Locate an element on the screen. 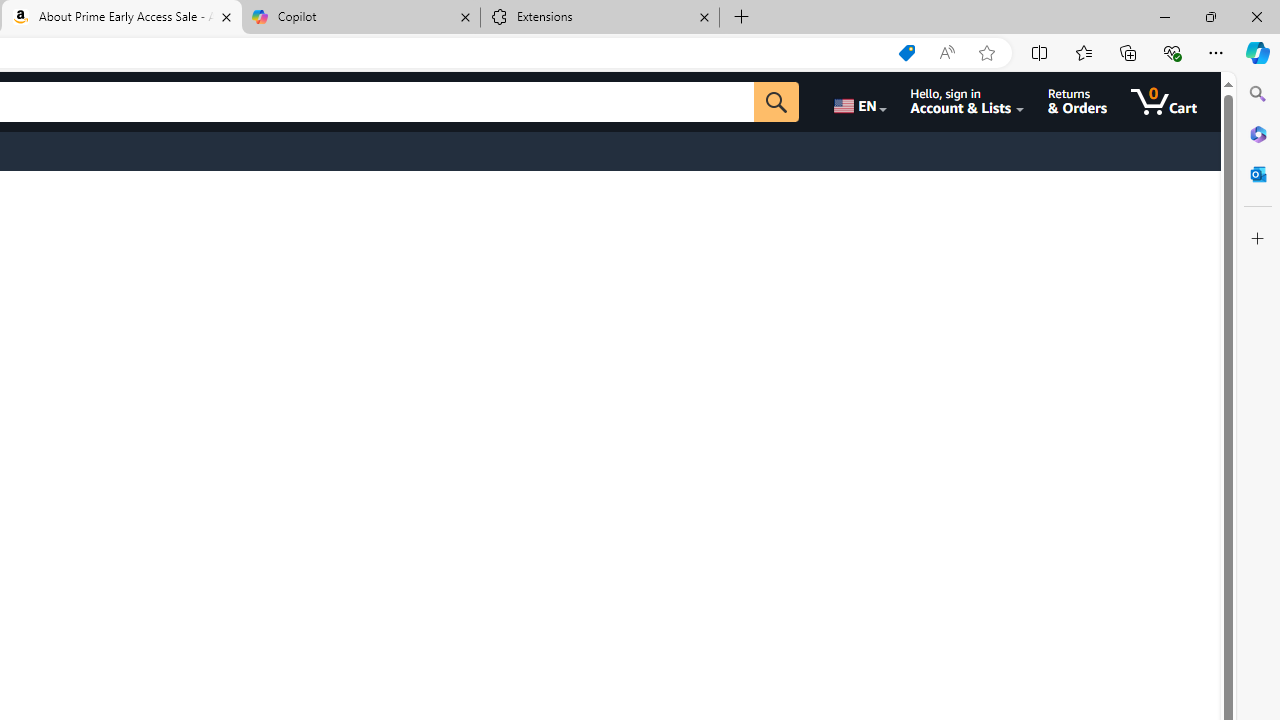 The width and height of the screenshot is (1280, 720). '0 items in cart' is located at coordinates (1164, 101).